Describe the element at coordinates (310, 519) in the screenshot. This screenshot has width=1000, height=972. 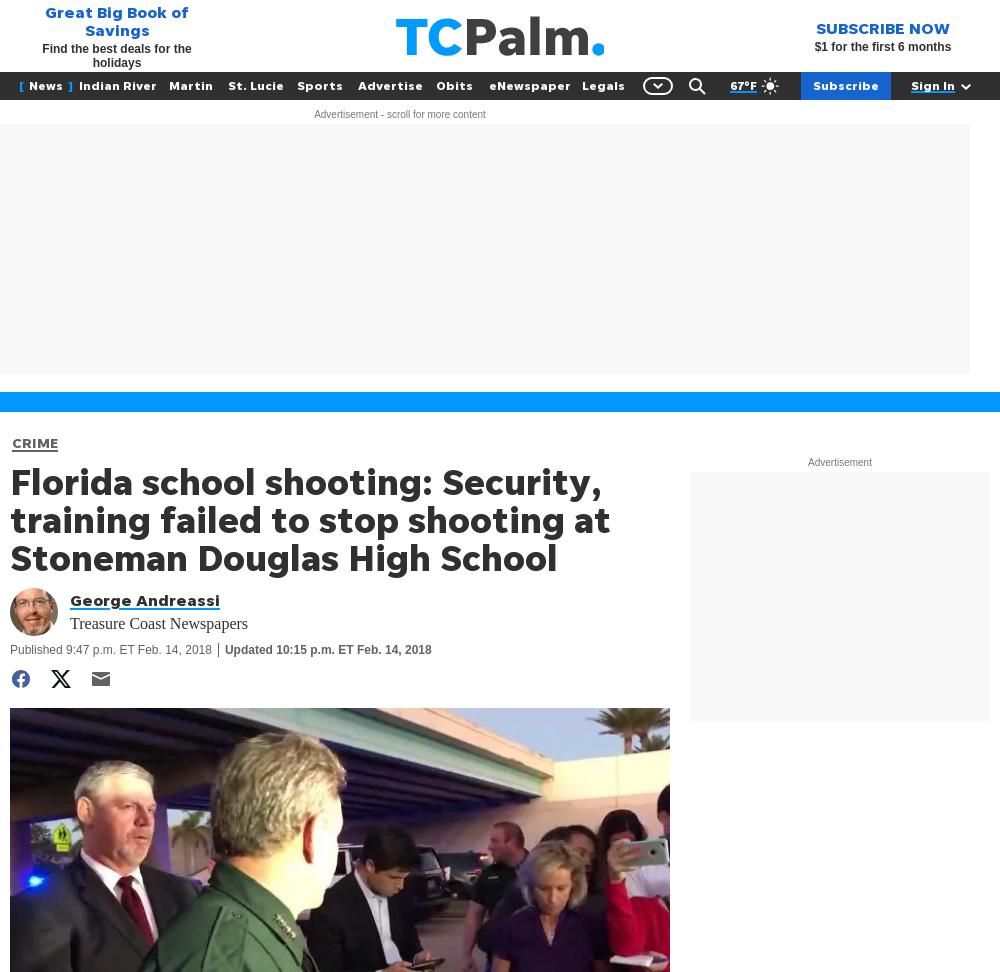
I see `'Florida school shooting: Security, training failed to stop shooting at Stoneman Douglas High School'` at that location.